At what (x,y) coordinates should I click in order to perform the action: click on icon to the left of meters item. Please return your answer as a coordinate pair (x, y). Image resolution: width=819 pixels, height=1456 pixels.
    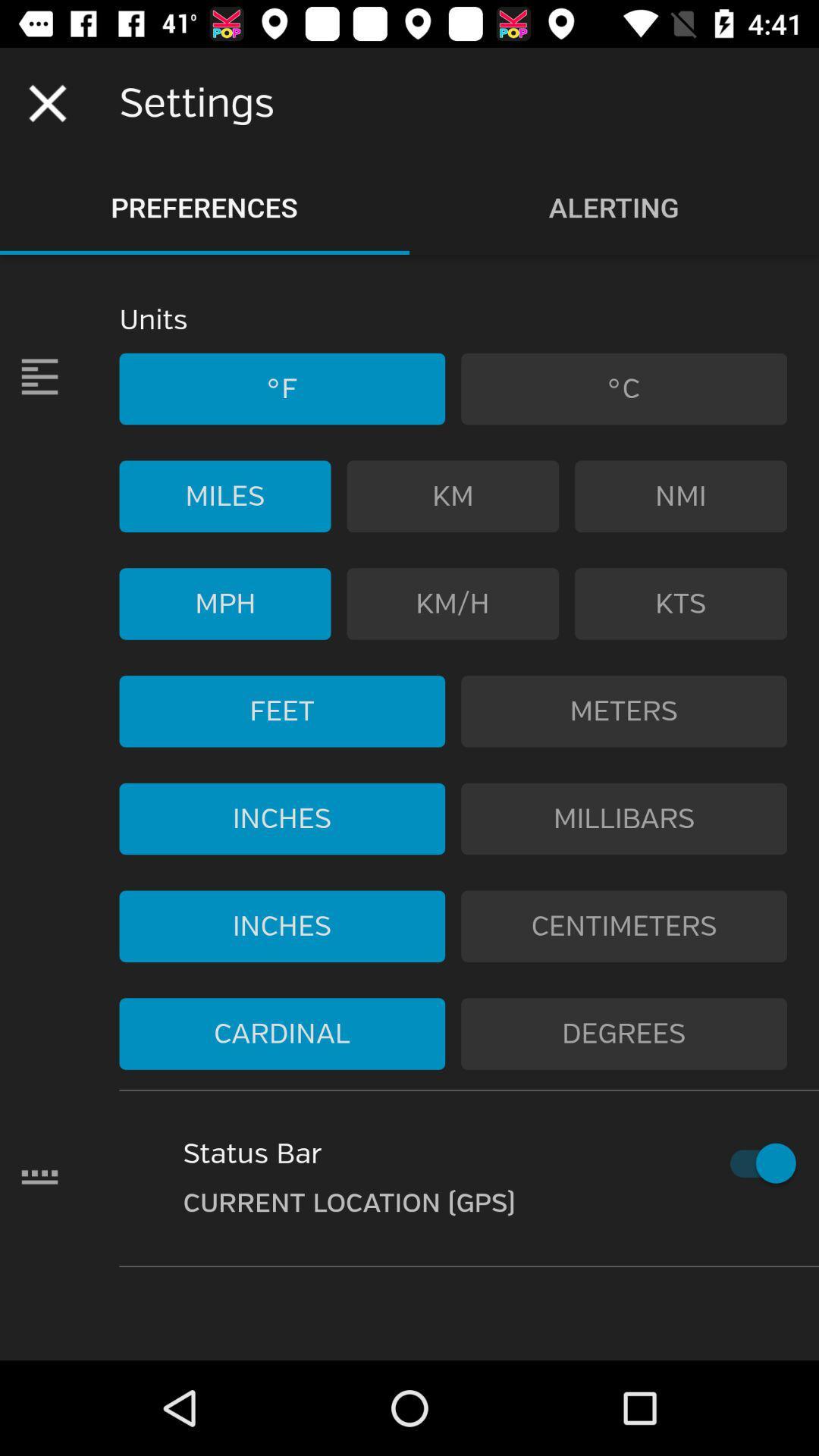
    Looking at the image, I should click on (282, 711).